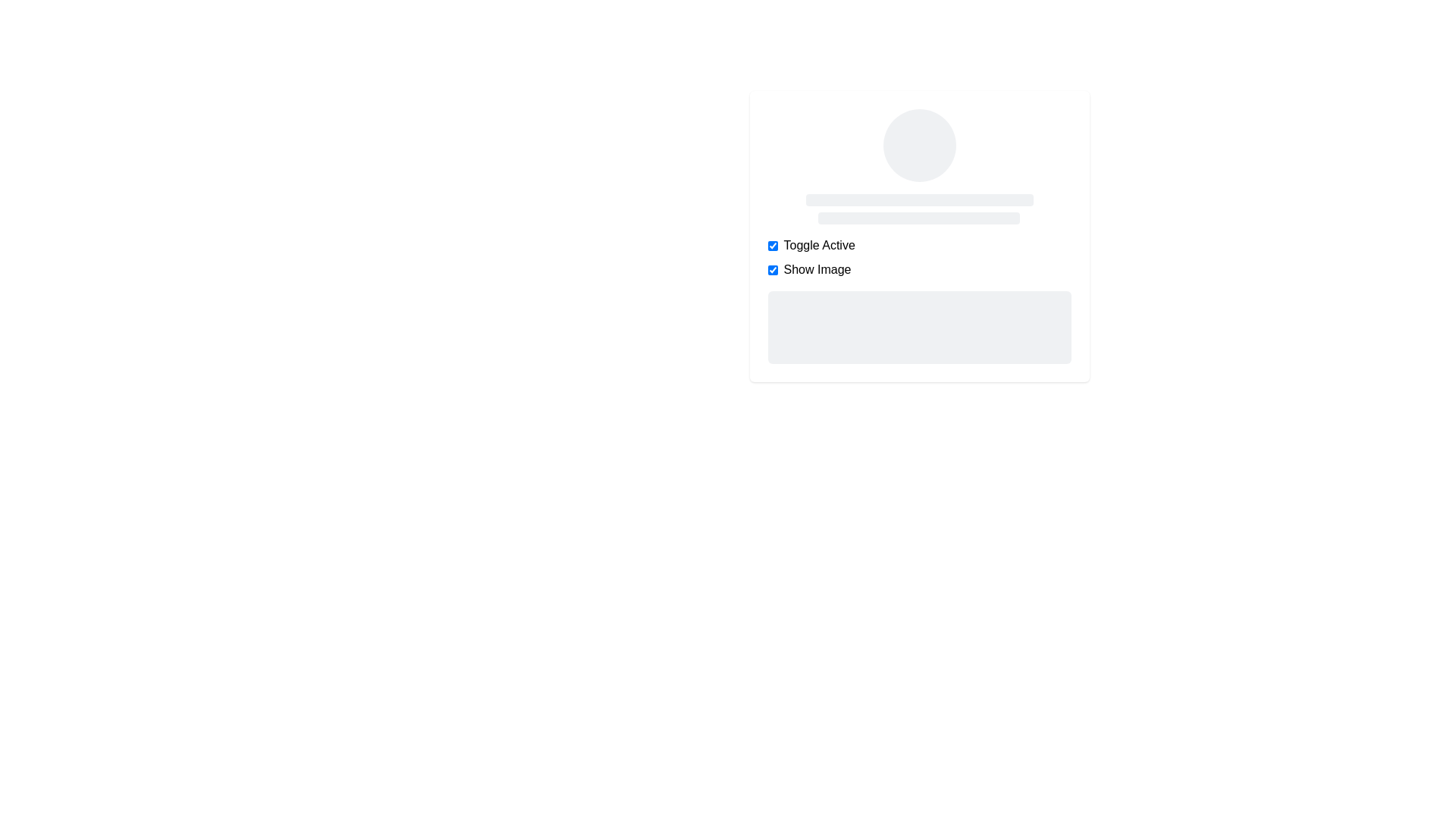 Image resolution: width=1456 pixels, height=819 pixels. What do you see at coordinates (818, 245) in the screenshot?
I see `the 'Toggle Active' label, which is a text label displayed in standard sans-serif font, positioned to the right of its sibling checkbox in the top right of the form` at bounding box center [818, 245].